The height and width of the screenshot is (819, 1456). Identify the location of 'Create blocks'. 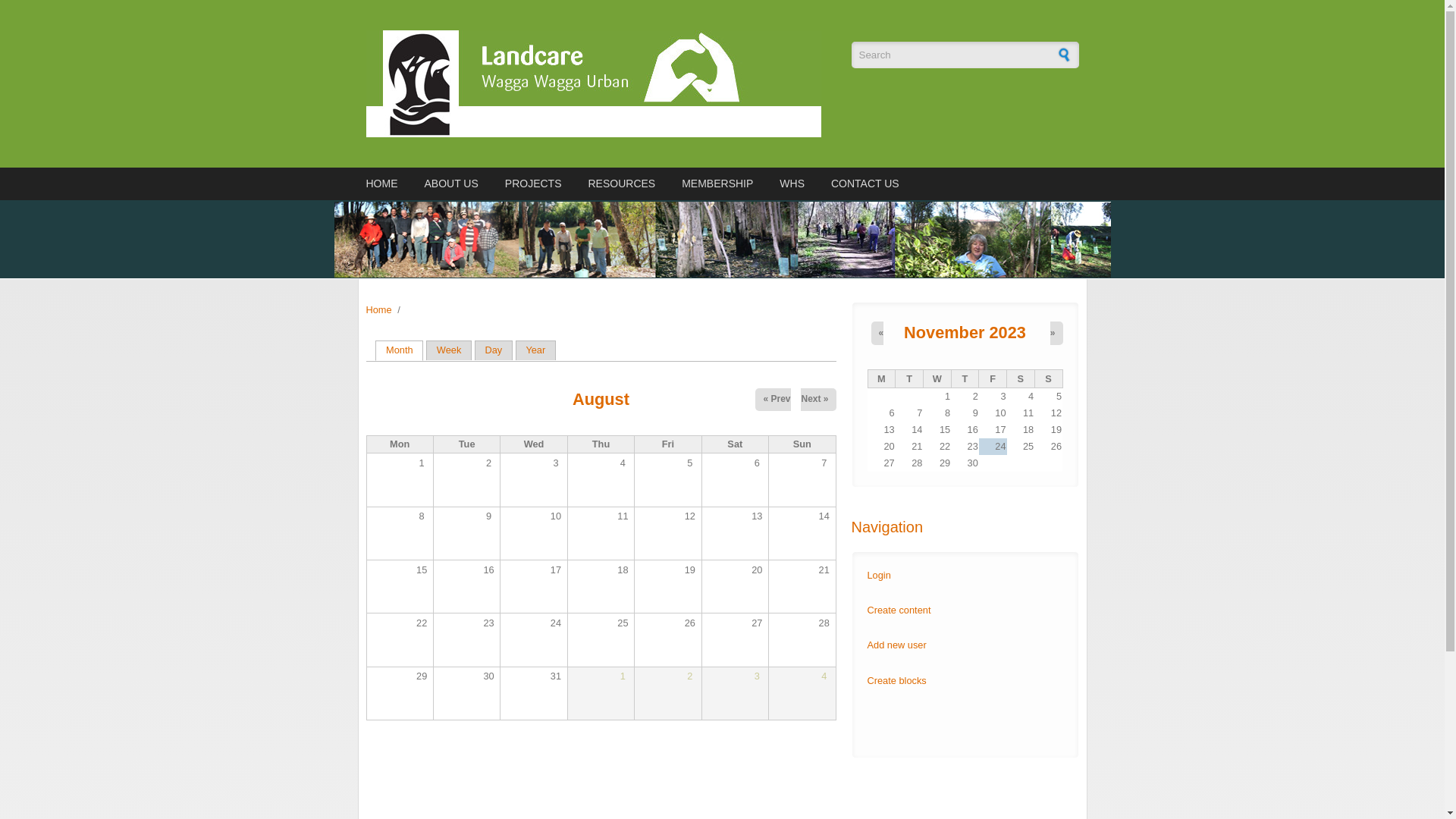
(867, 679).